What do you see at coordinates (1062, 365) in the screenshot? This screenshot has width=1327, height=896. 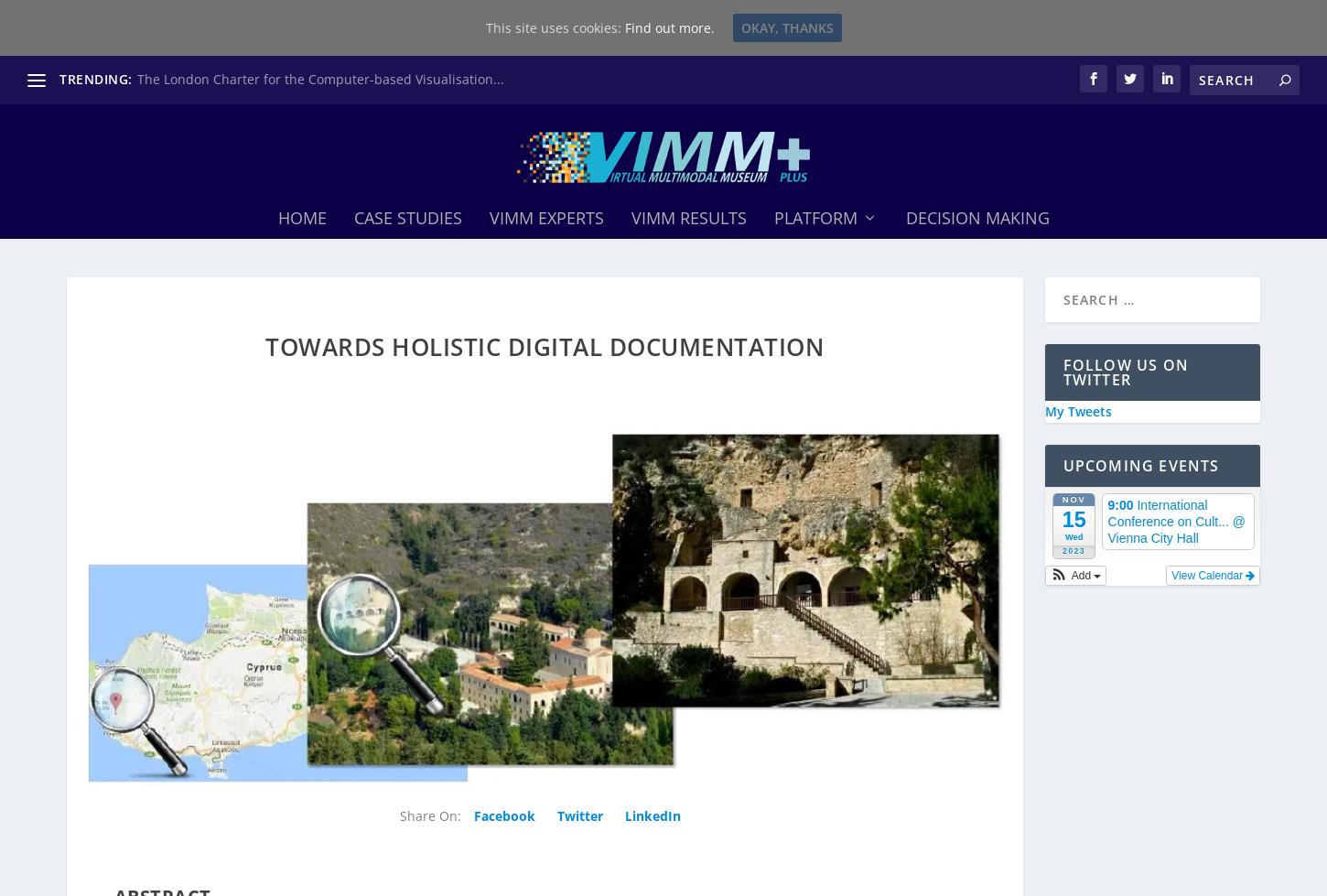 I see `'Follow us on Twitter'` at bounding box center [1062, 365].